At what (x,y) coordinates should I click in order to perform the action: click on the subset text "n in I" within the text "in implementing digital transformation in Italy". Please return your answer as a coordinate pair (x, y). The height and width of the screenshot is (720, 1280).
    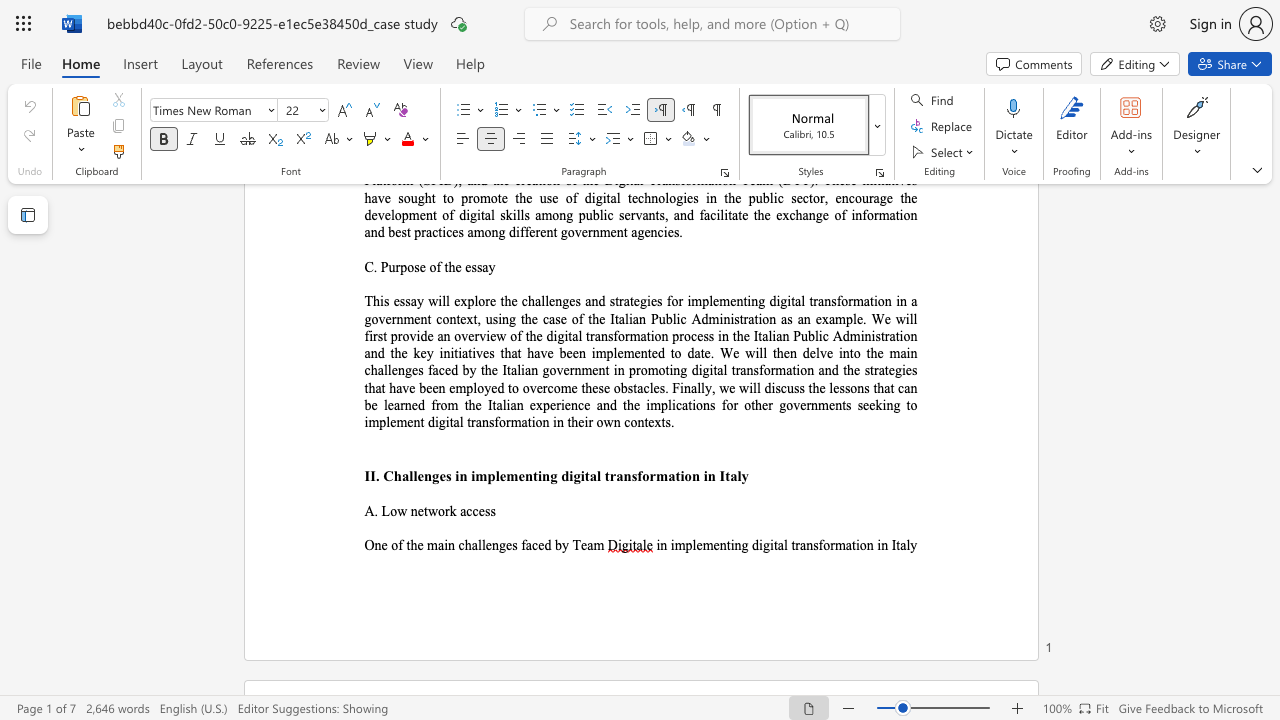
    Looking at the image, I should click on (866, 545).